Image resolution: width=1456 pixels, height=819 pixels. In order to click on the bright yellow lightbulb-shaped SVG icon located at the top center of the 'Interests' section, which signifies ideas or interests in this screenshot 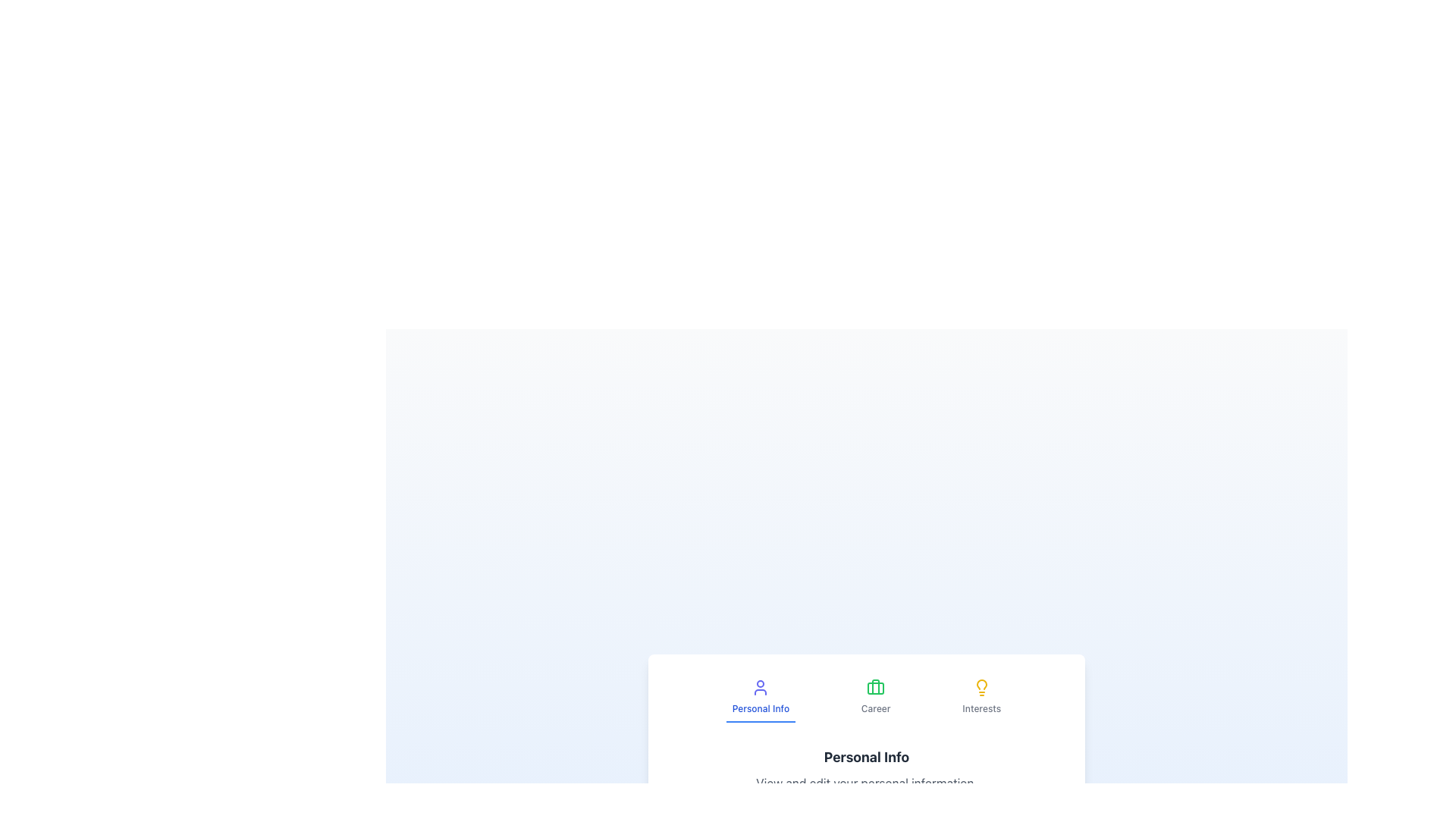, I will do `click(981, 687)`.